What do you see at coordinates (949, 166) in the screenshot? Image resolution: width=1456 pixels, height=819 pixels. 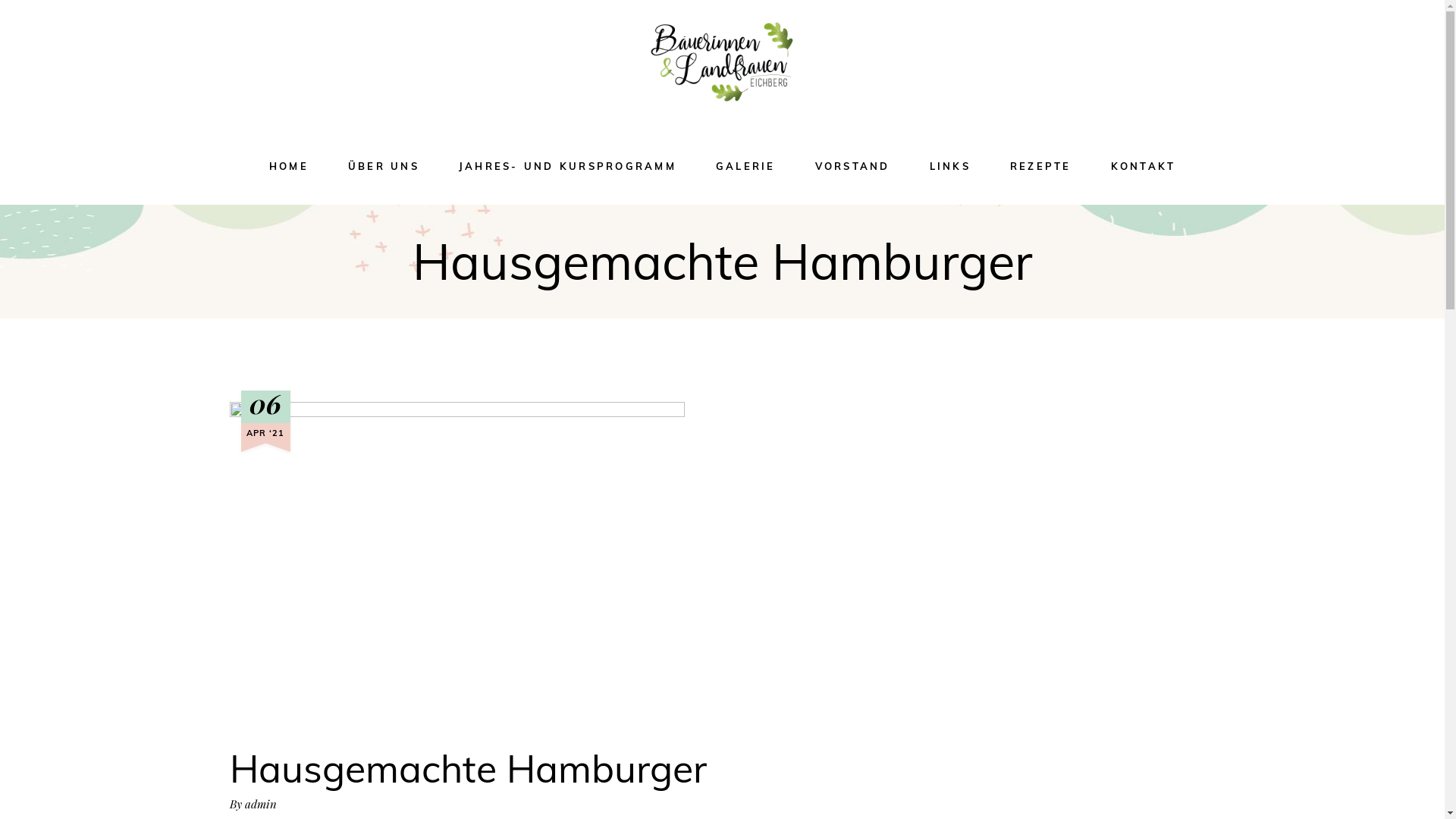 I see `'LINKS'` at bounding box center [949, 166].